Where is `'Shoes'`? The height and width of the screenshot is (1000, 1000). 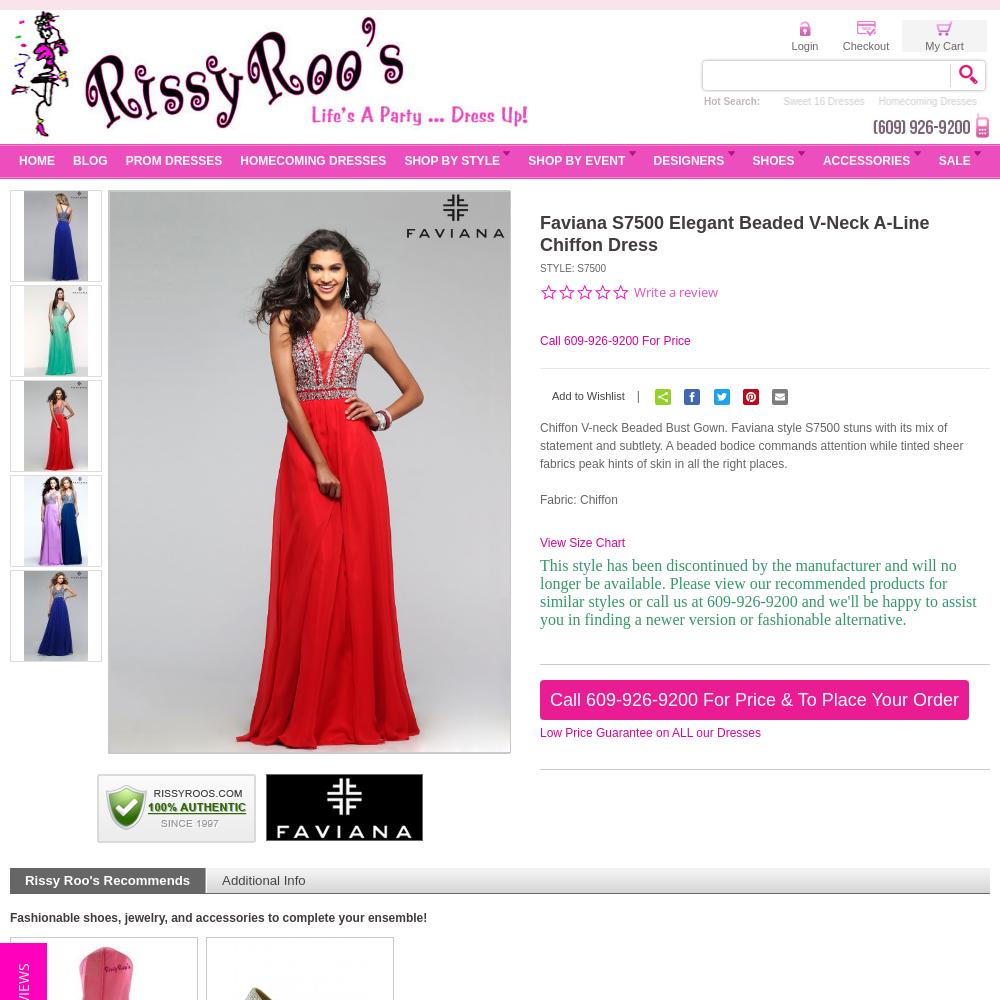 'Shoes' is located at coordinates (774, 161).